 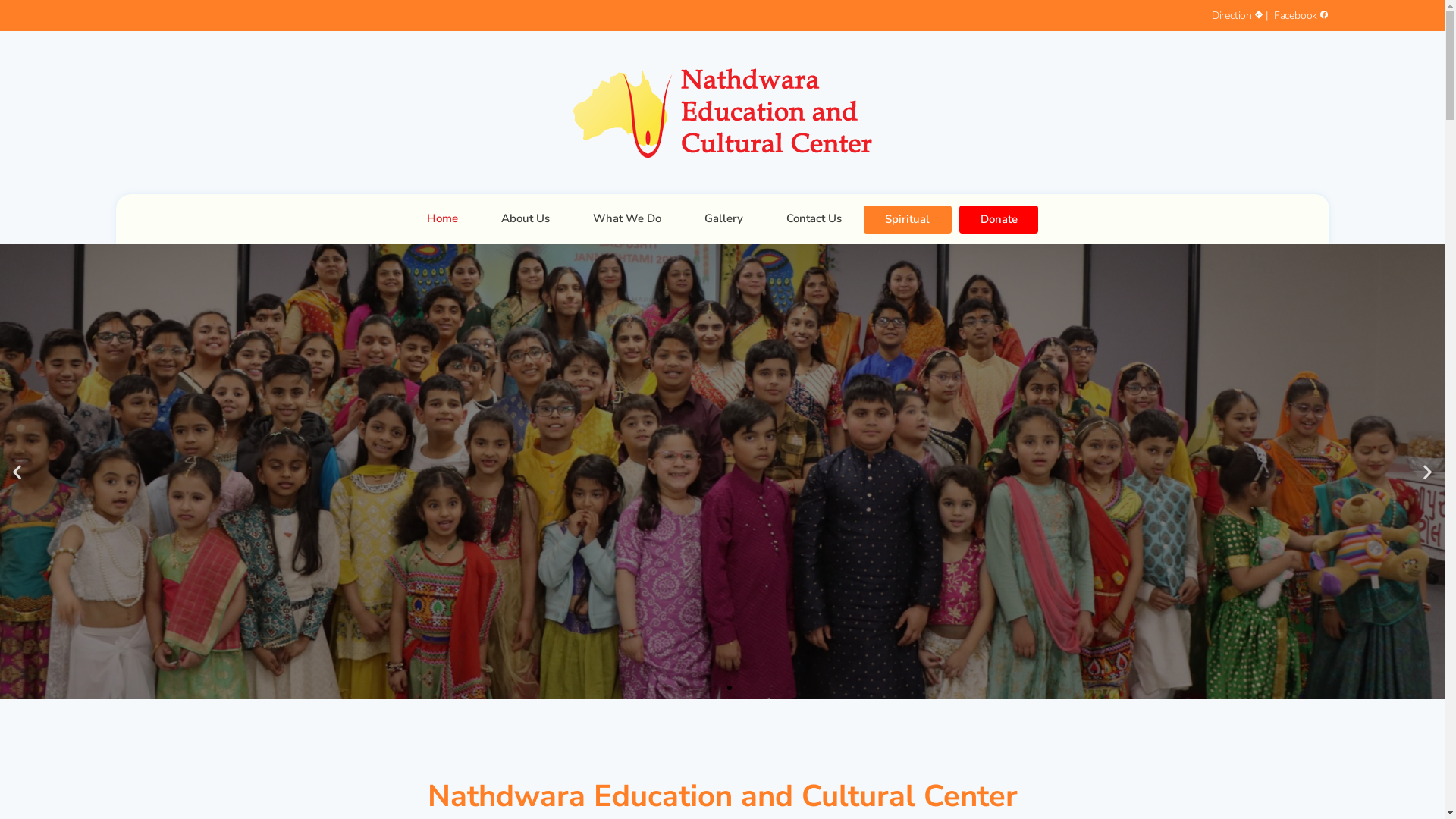 What do you see at coordinates (626, 218) in the screenshot?
I see `'What We Do'` at bounding box center [626, 218].